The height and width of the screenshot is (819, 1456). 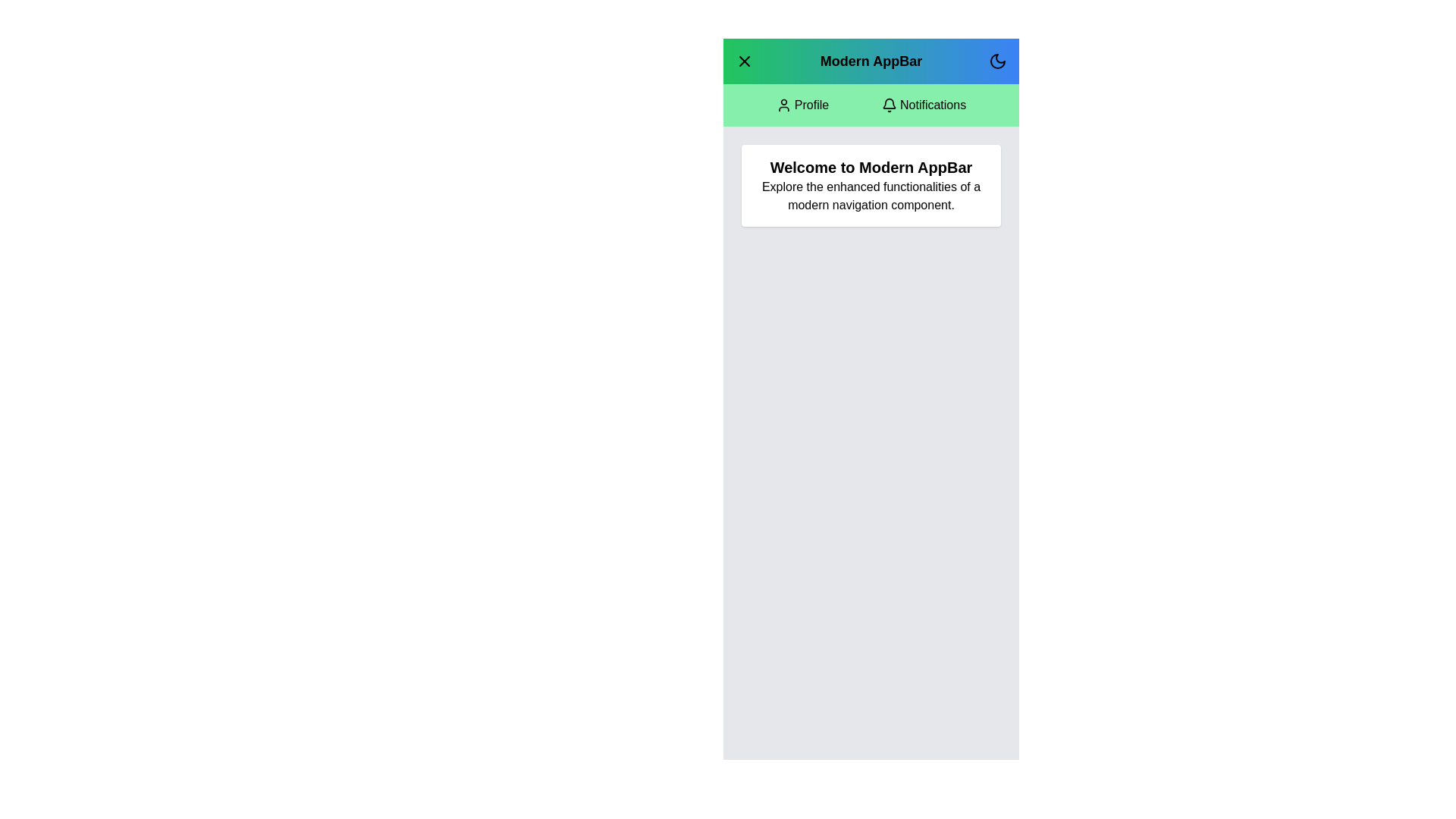 What do you see at coordinates (923, 104) in the screenshot?
I see `'Notifications' button` at bounding box center [923, 104].